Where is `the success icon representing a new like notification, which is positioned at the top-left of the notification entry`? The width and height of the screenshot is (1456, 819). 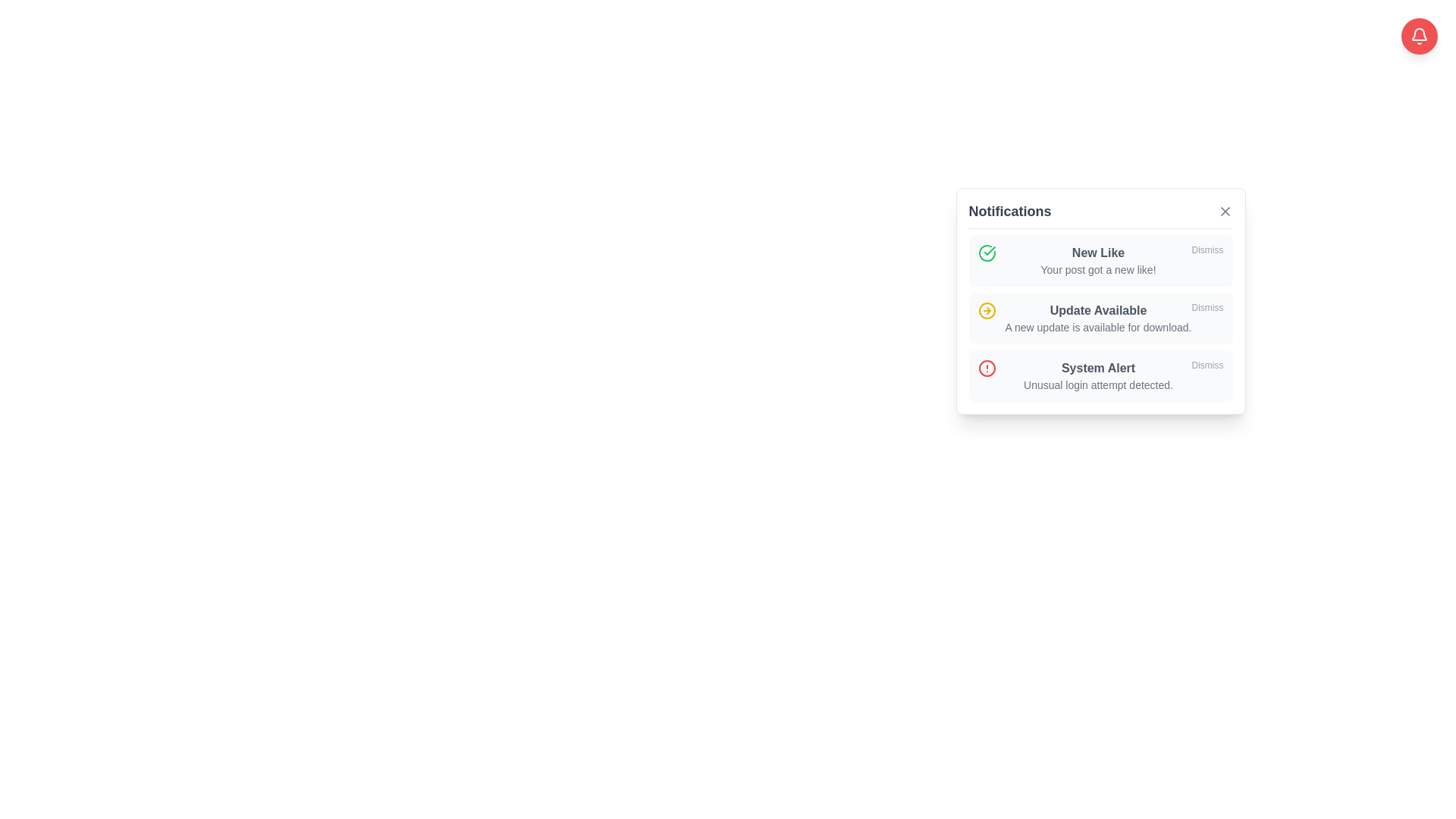 the success icon representing a new like notification, which is positioned at the top-left of the notification entry is located at coordinates (986, 253).